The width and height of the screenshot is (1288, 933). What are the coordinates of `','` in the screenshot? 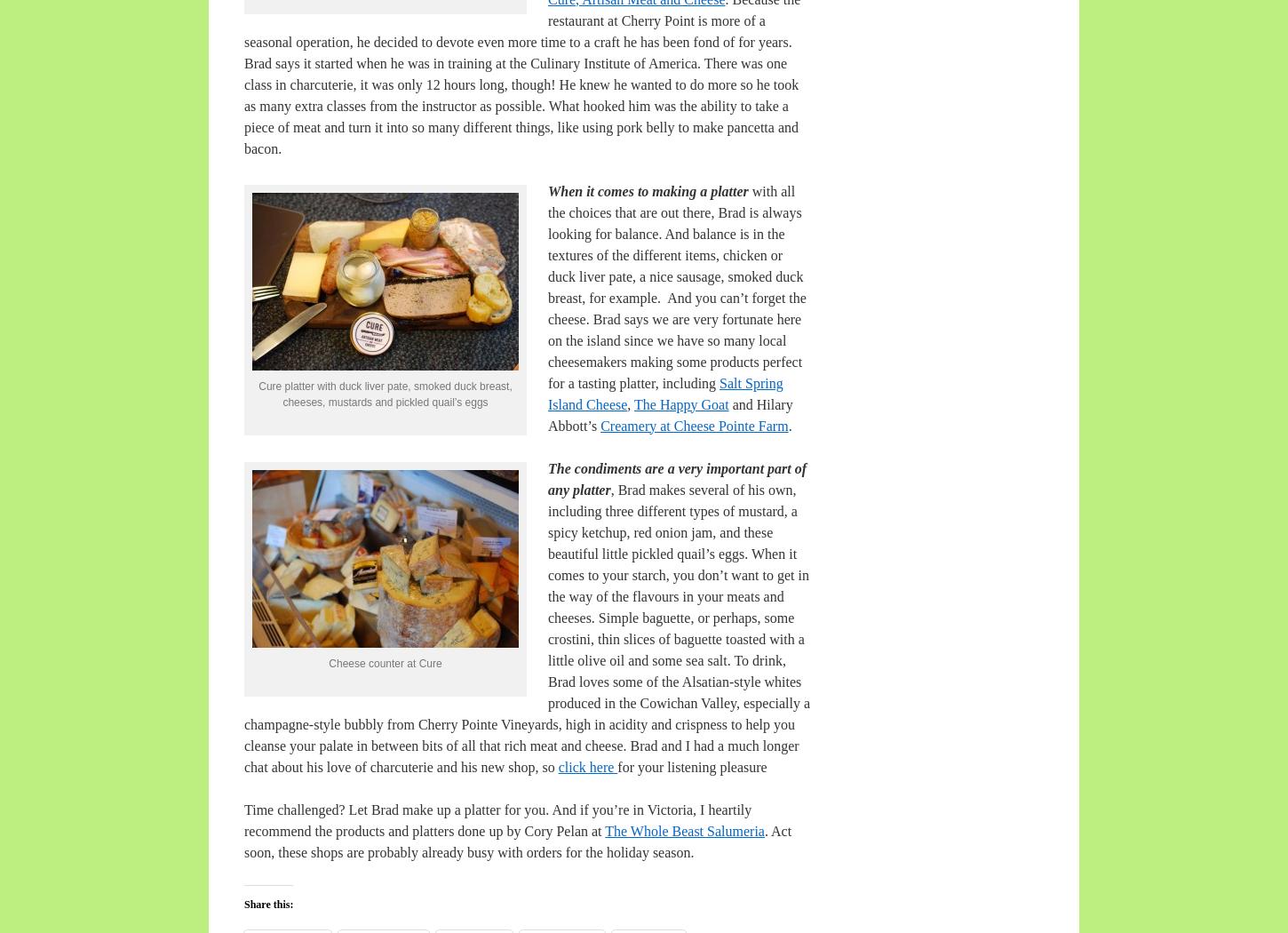 It's located at (630, 403).